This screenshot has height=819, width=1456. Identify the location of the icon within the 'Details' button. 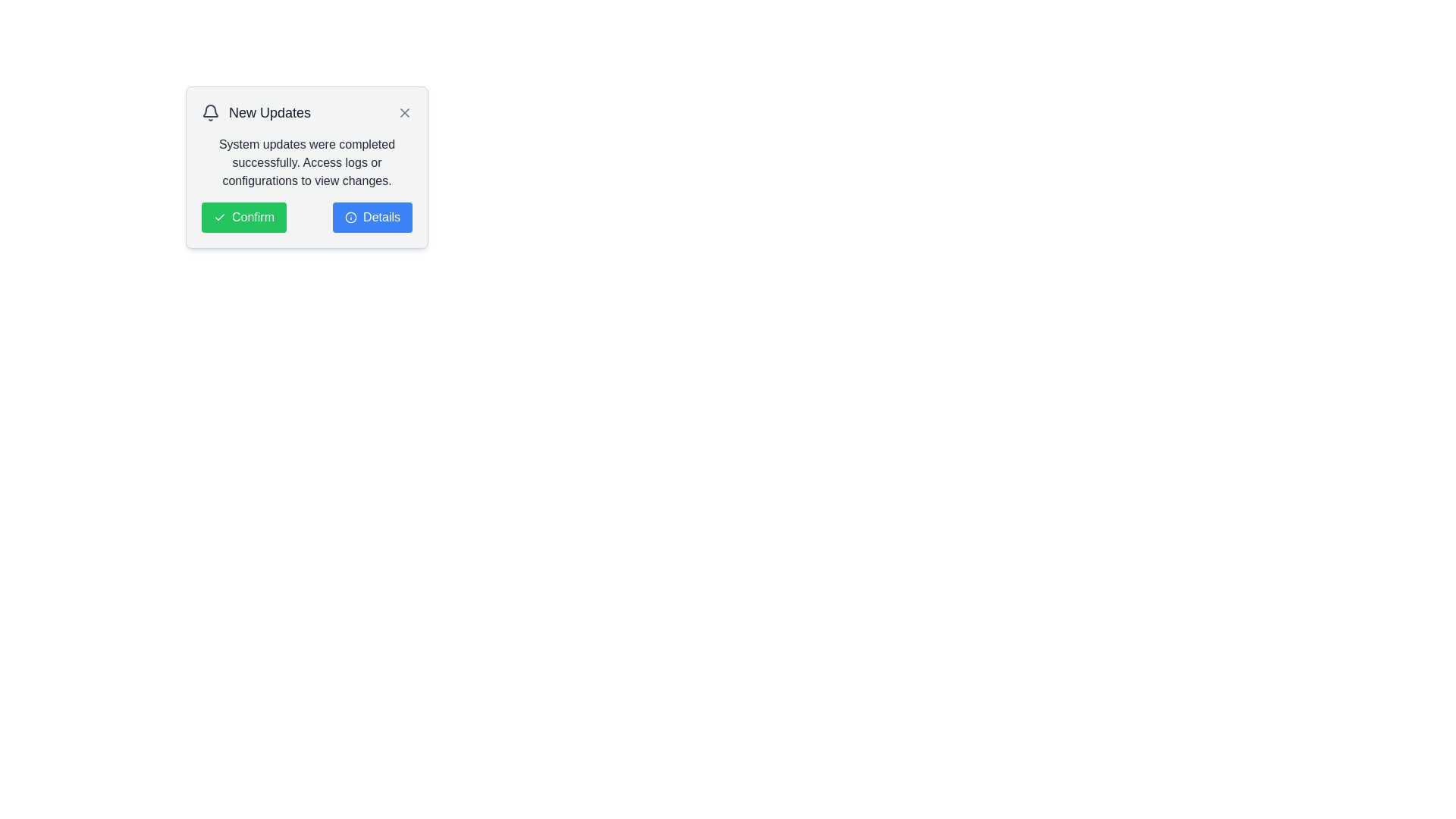
(350, 217).